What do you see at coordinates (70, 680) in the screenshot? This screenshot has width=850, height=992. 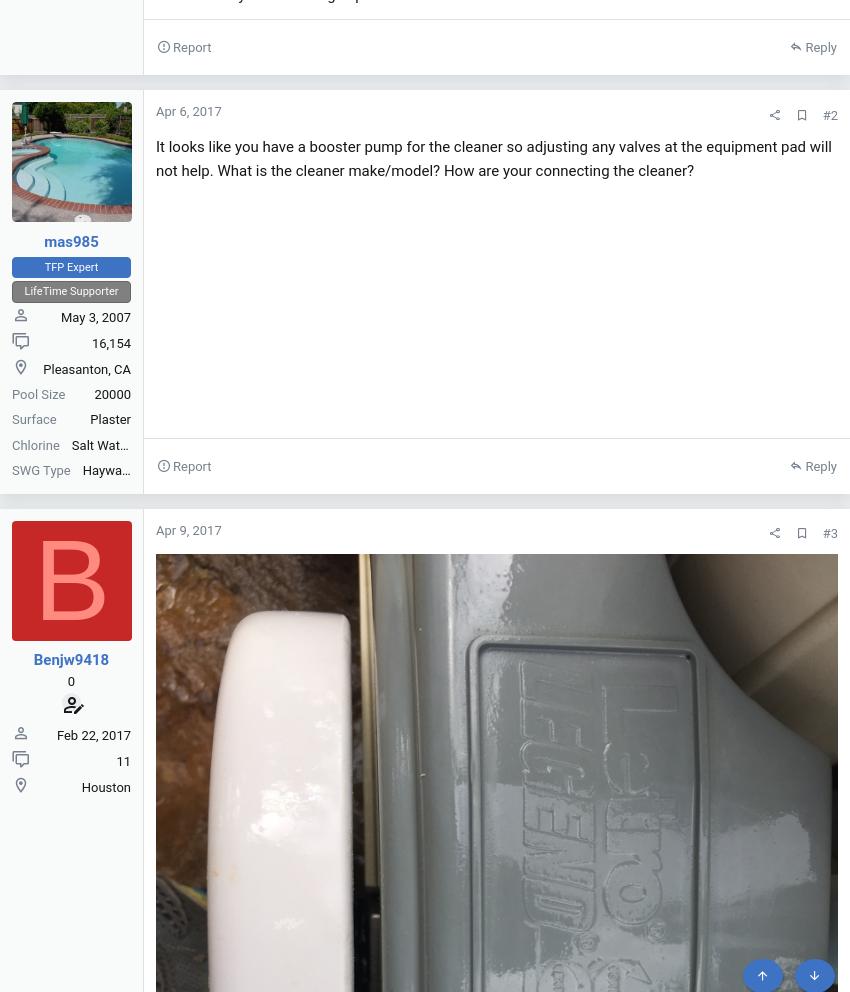 I see `'0'` at bounding box center [70, 680].